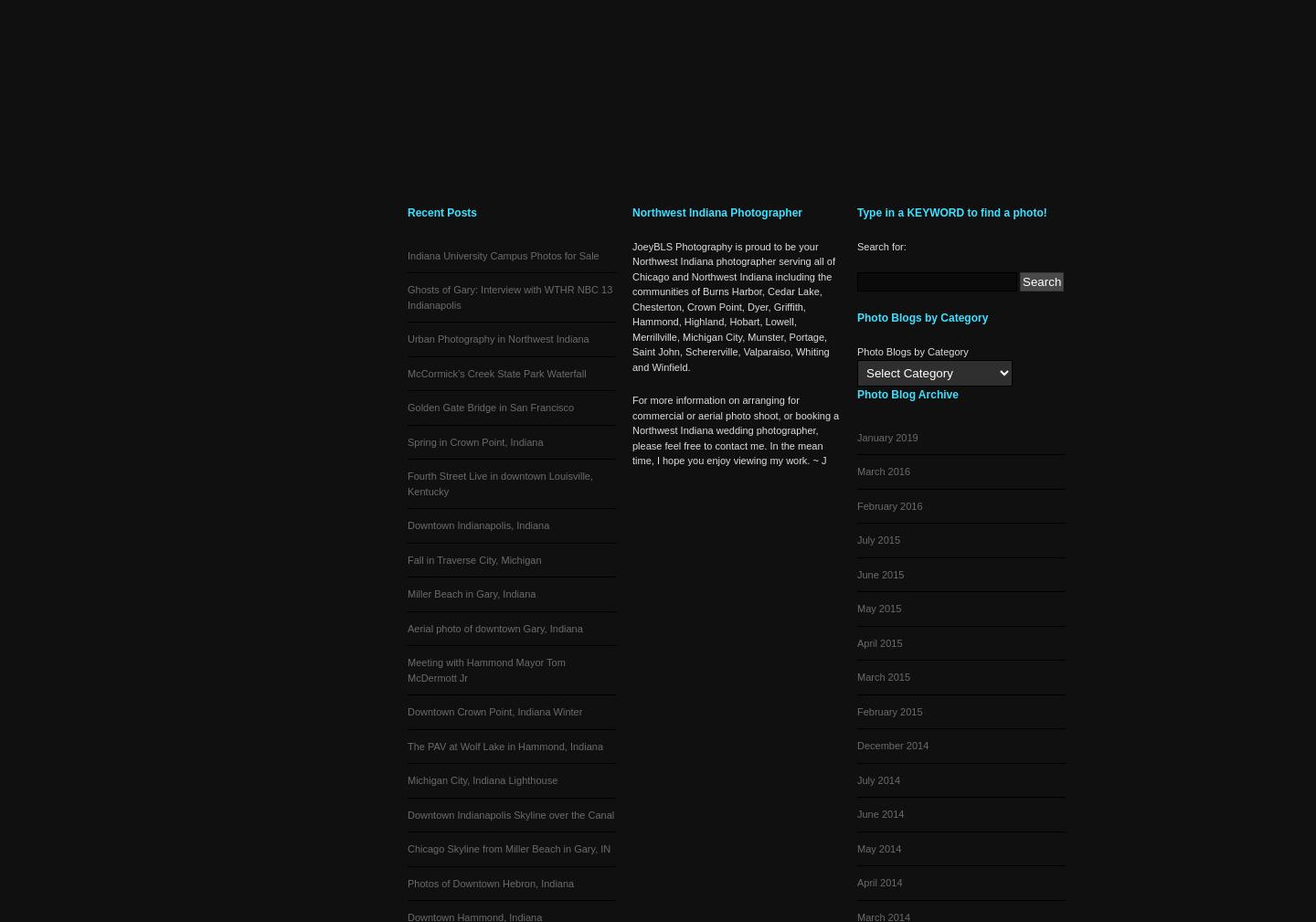  I want to click on 'Michigan City, Indiana Lighthouse', so click(482, 780).